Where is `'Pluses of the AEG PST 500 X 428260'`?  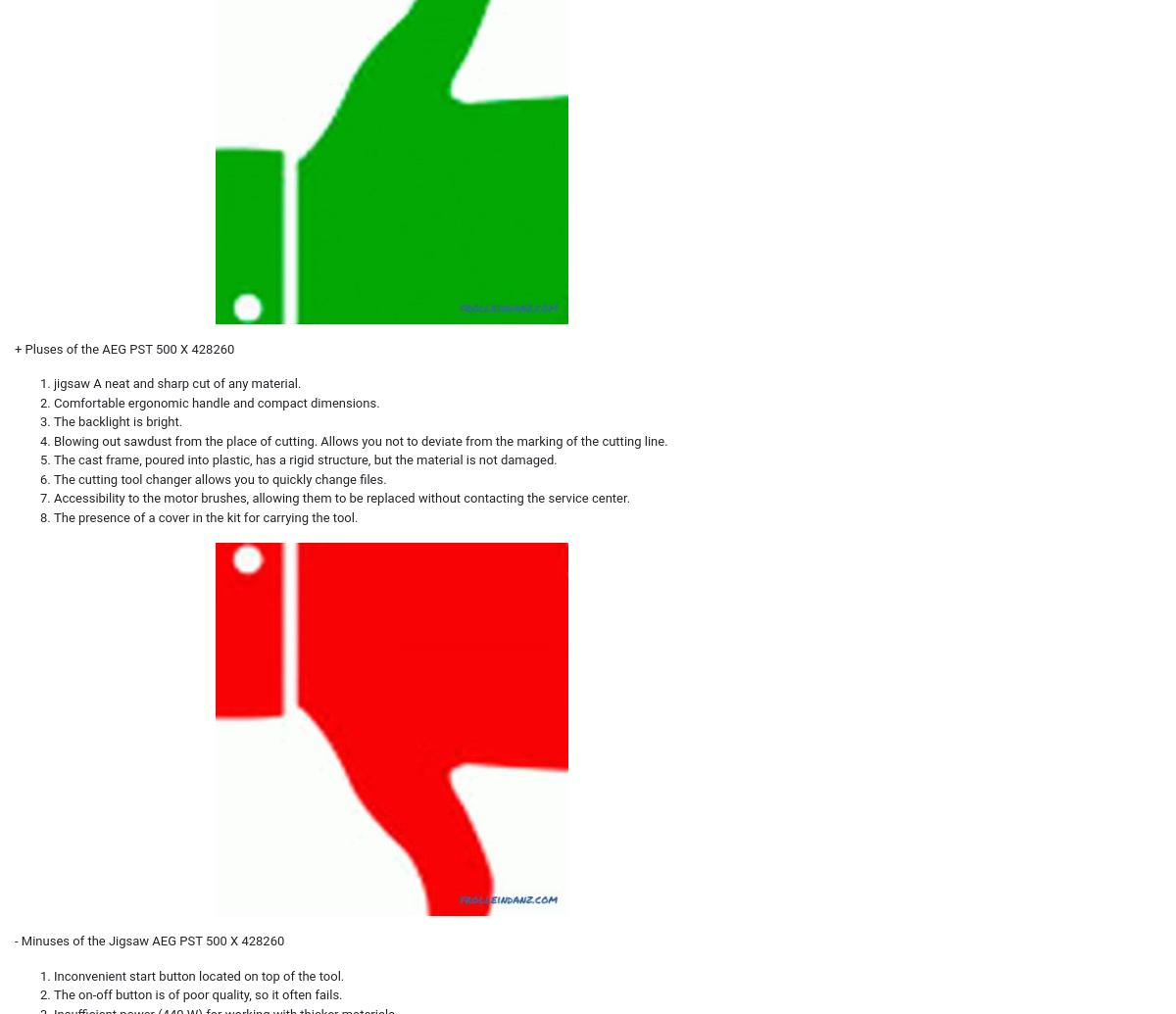 'Pluses of the AEG PST 500 X 428260' is located at coordinates (24, 348).